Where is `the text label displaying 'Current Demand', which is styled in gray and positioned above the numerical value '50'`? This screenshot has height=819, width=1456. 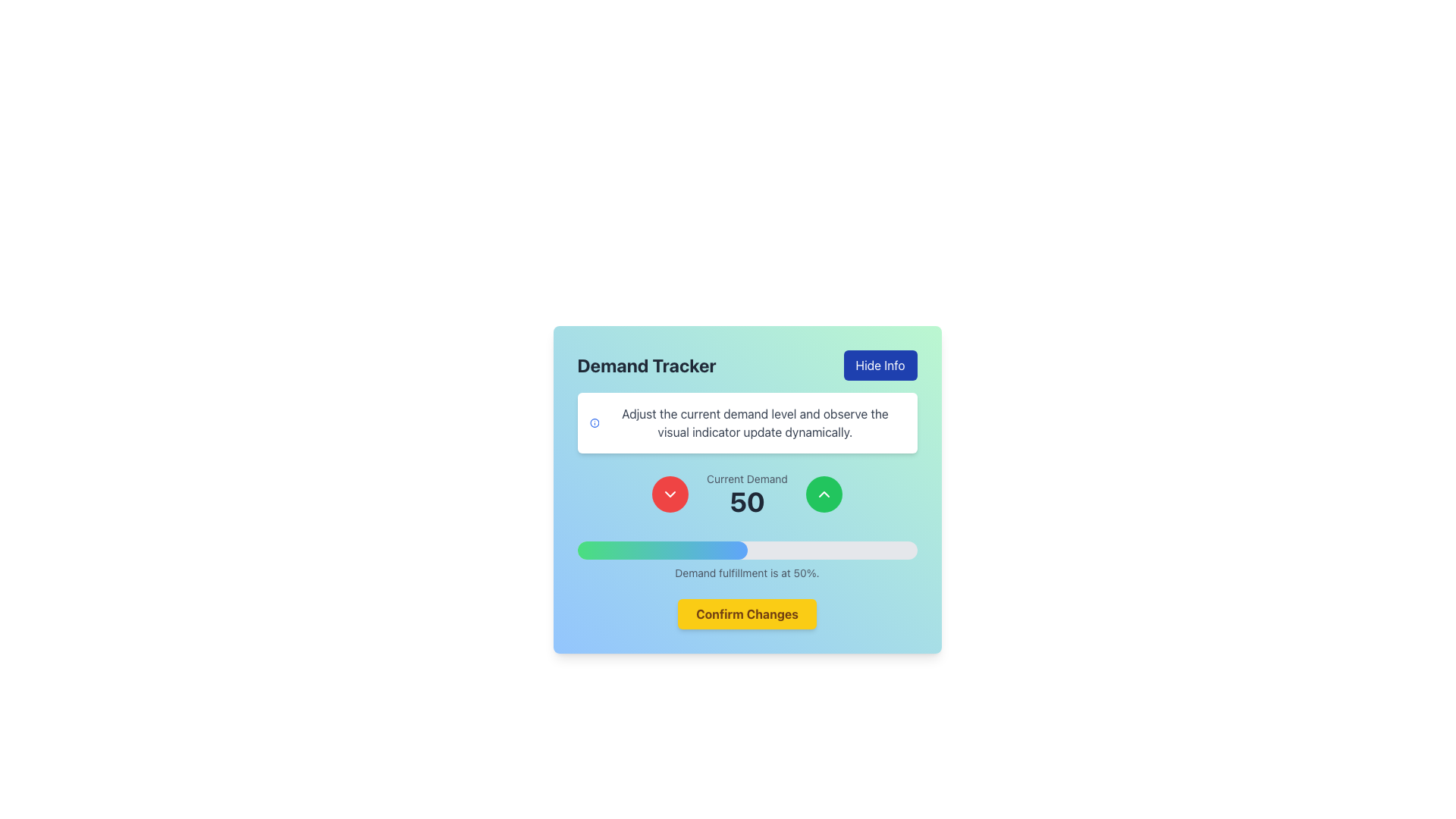
the text label displaying 'Current Demand', which is styled in gray and positioned above the numerical value '50' is located at coordinates (747, 479).